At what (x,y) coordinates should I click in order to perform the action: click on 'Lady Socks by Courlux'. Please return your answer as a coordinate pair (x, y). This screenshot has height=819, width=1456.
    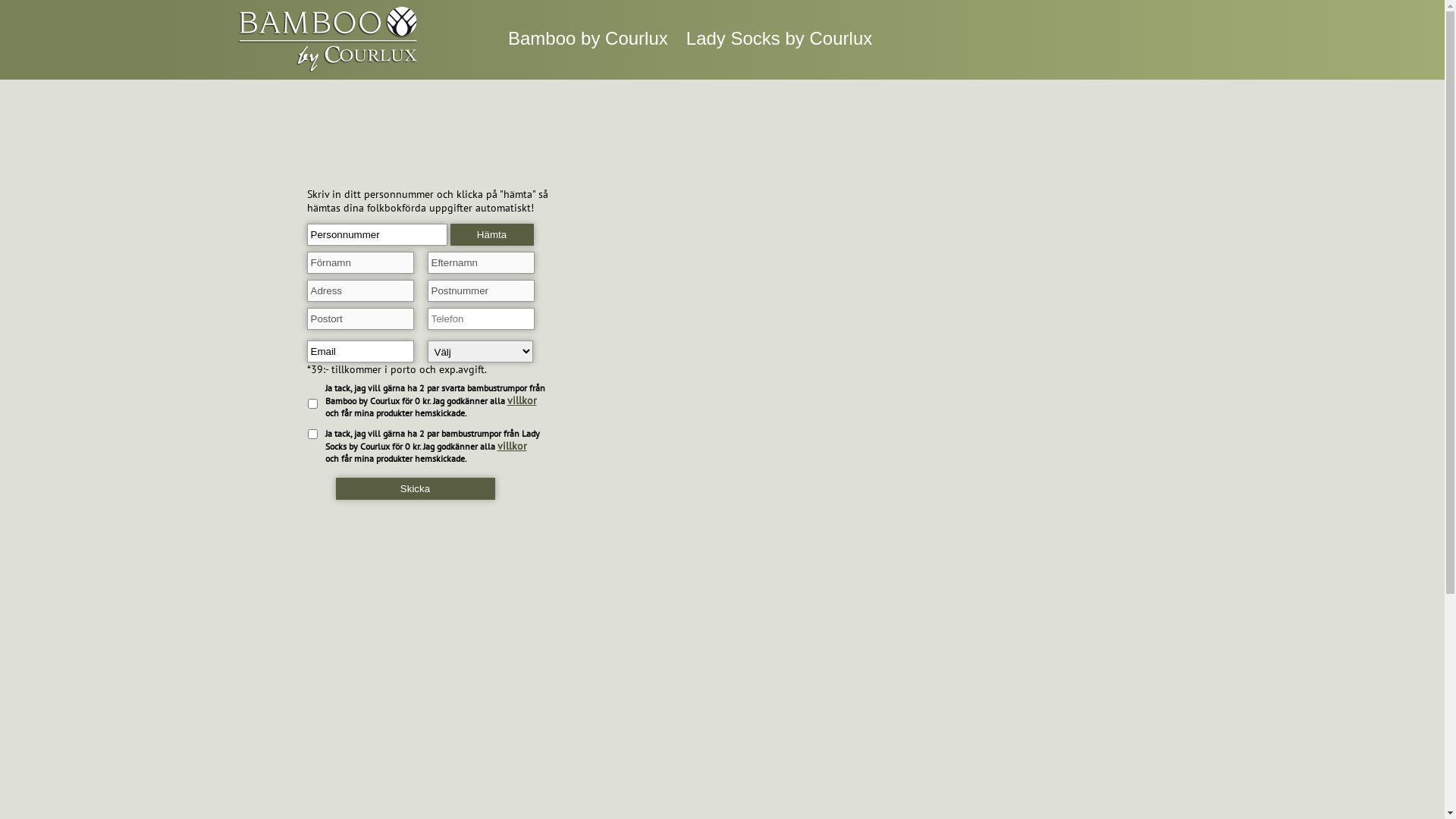
    Looking at the image, I should click on (779, 37).